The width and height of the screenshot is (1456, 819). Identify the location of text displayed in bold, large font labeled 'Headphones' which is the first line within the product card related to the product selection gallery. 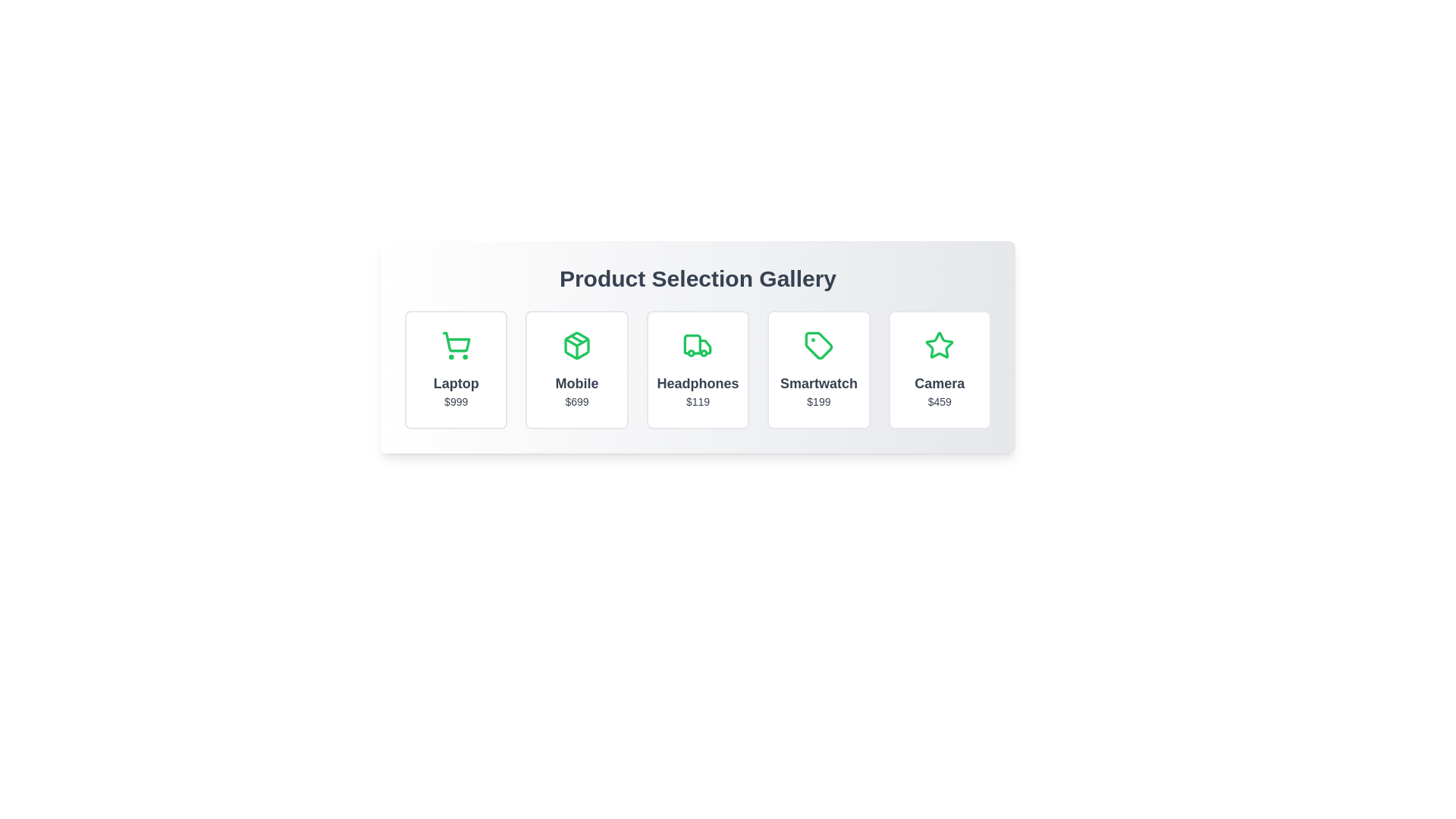
(697, 382).